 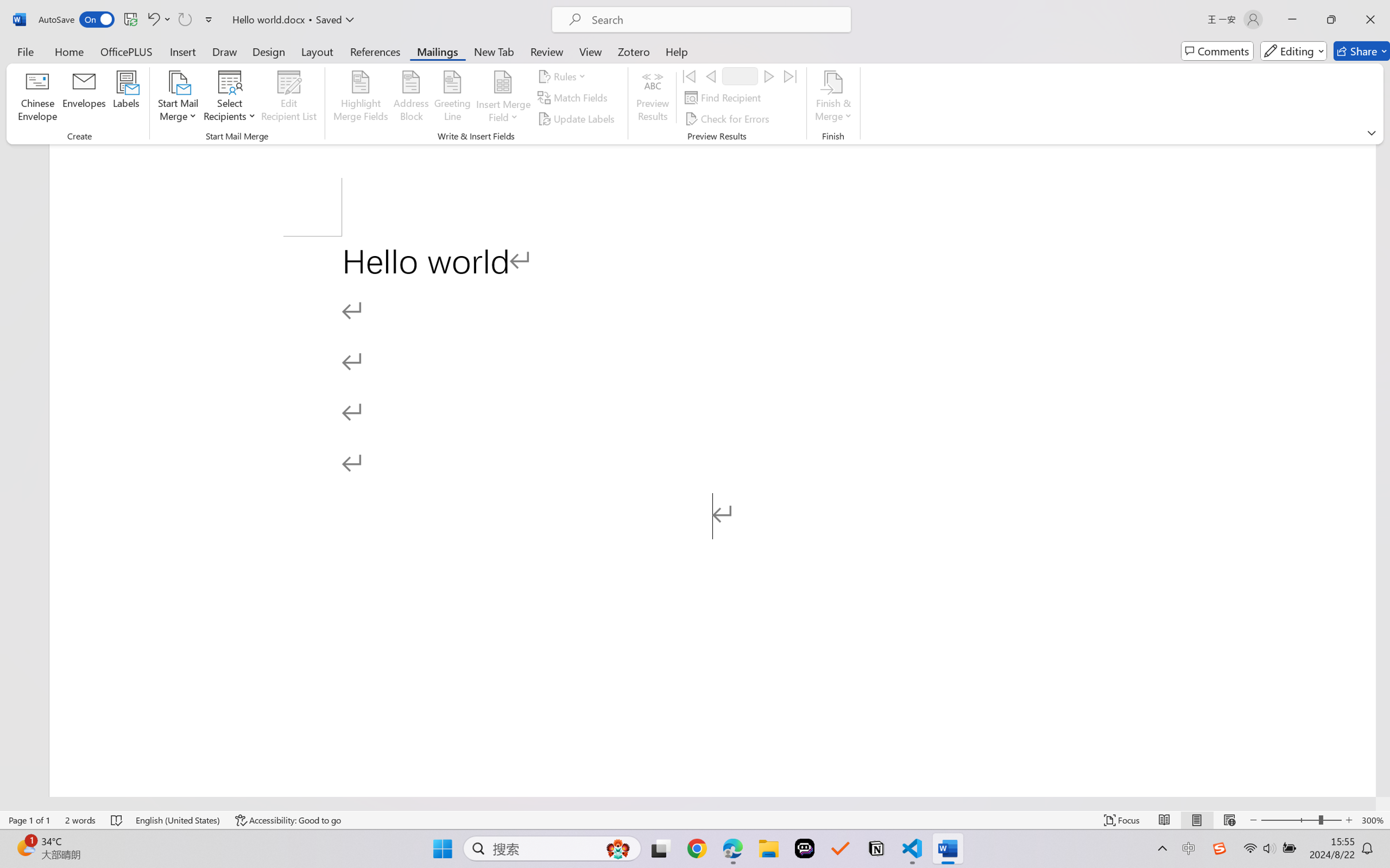 What do you see at coordinates (184, 19) in the screenshot?
I see `'Can'` at bounding box center [184, 19].